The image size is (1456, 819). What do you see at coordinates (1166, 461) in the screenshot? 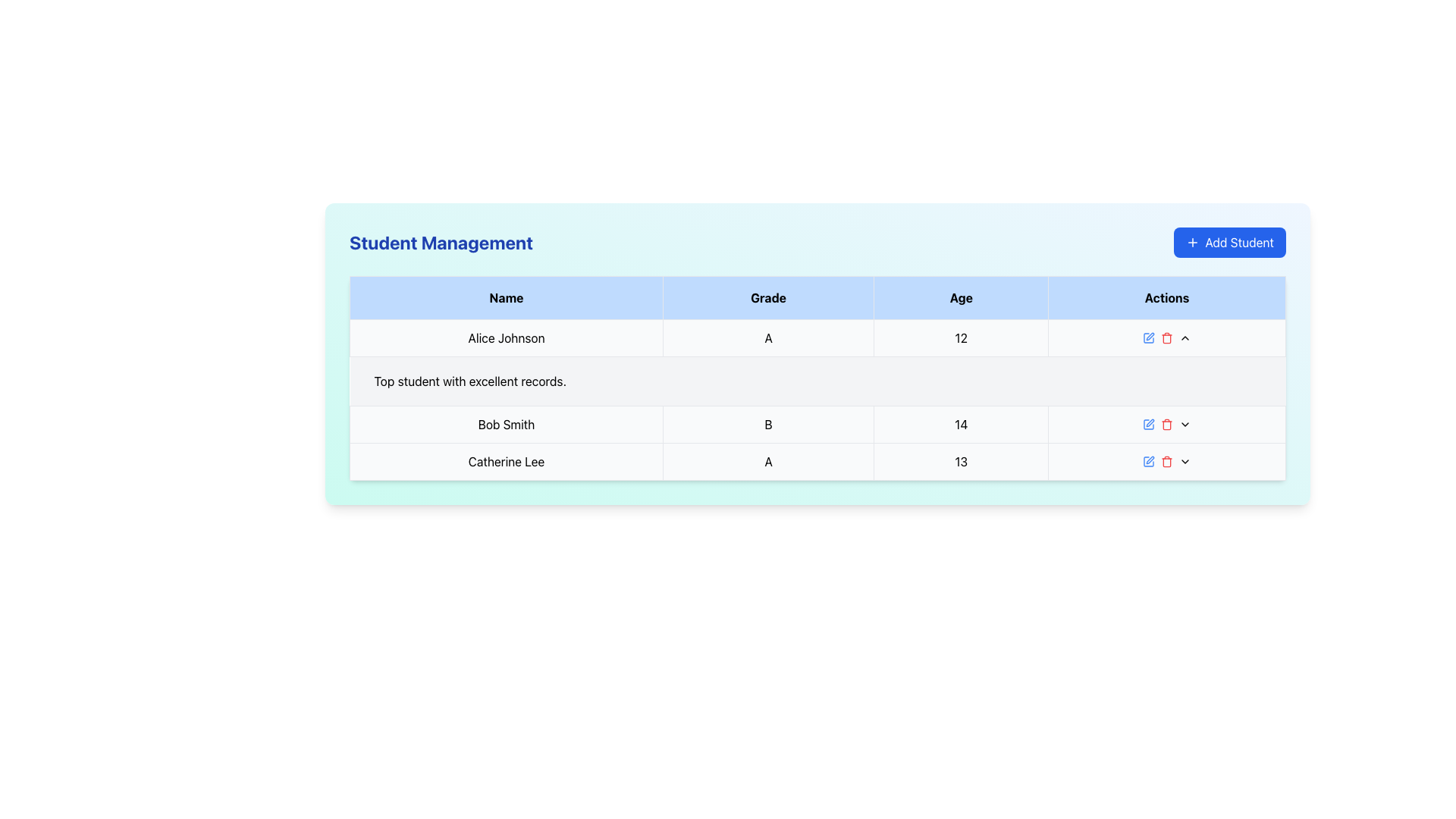
I see `the Delete Button located in the actions column of the third row of the table` at bounding box center [1166, 461].